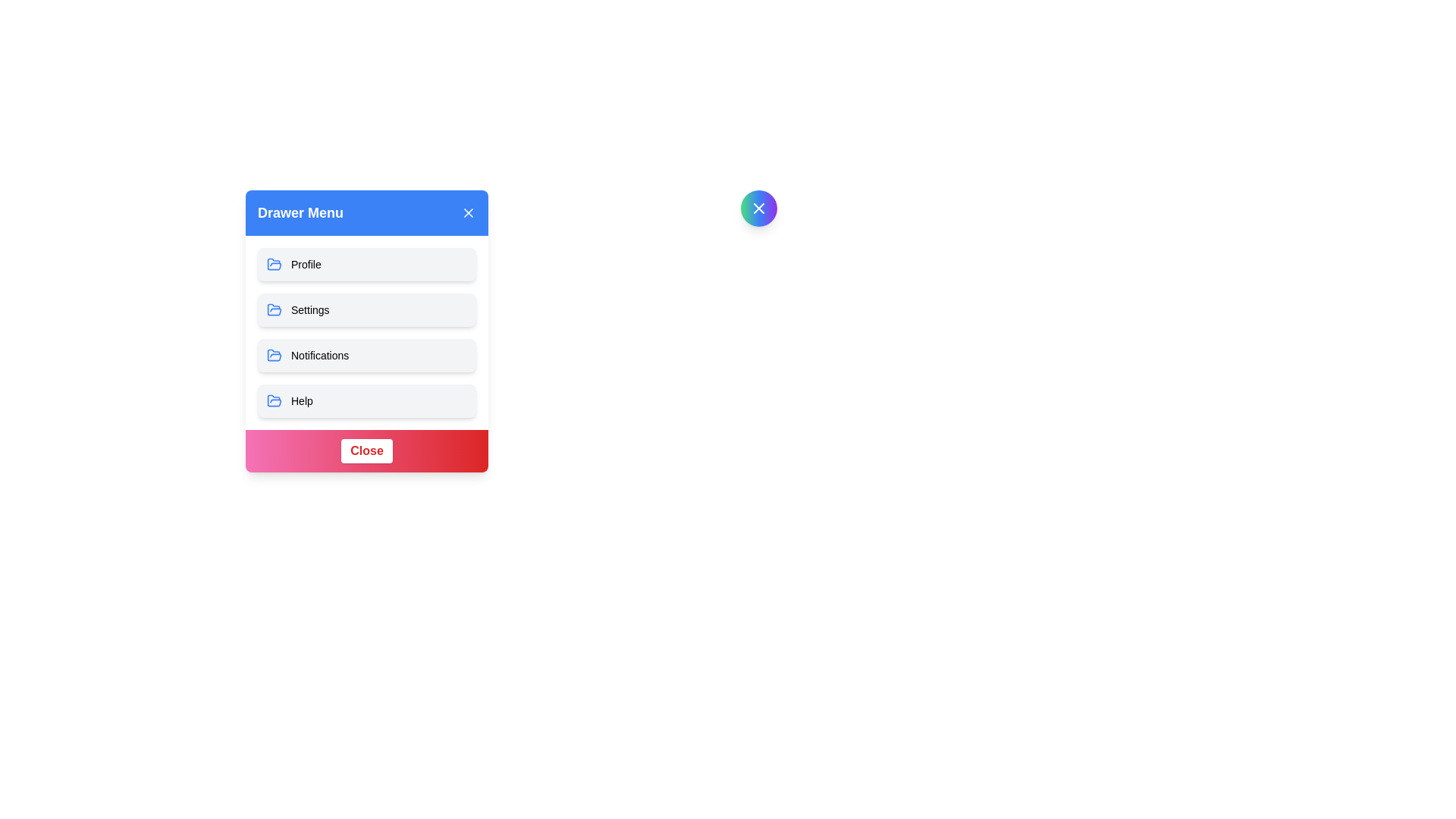 The height and width of the screenshot is (819, 1456). What do you see at coordinates (367, 309) in the screenshot?
I see `the 'Settings' button in the drawer menu, which is the second item below 'Profile' and above 'Notifications'` at bounding box center [367, 309].